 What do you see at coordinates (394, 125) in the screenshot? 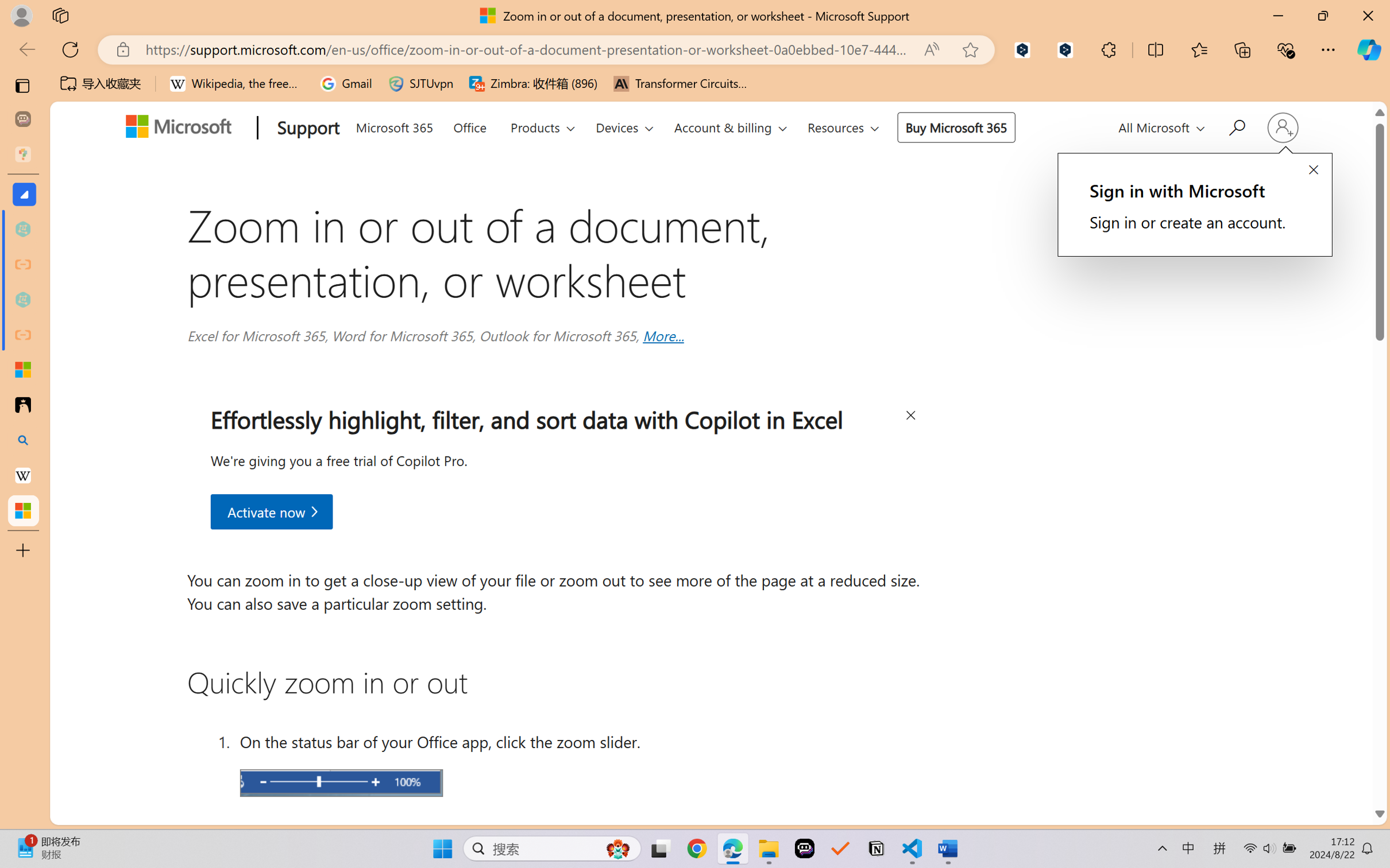
I see `'Microsoft 365'` at bounding box center [394, 125].